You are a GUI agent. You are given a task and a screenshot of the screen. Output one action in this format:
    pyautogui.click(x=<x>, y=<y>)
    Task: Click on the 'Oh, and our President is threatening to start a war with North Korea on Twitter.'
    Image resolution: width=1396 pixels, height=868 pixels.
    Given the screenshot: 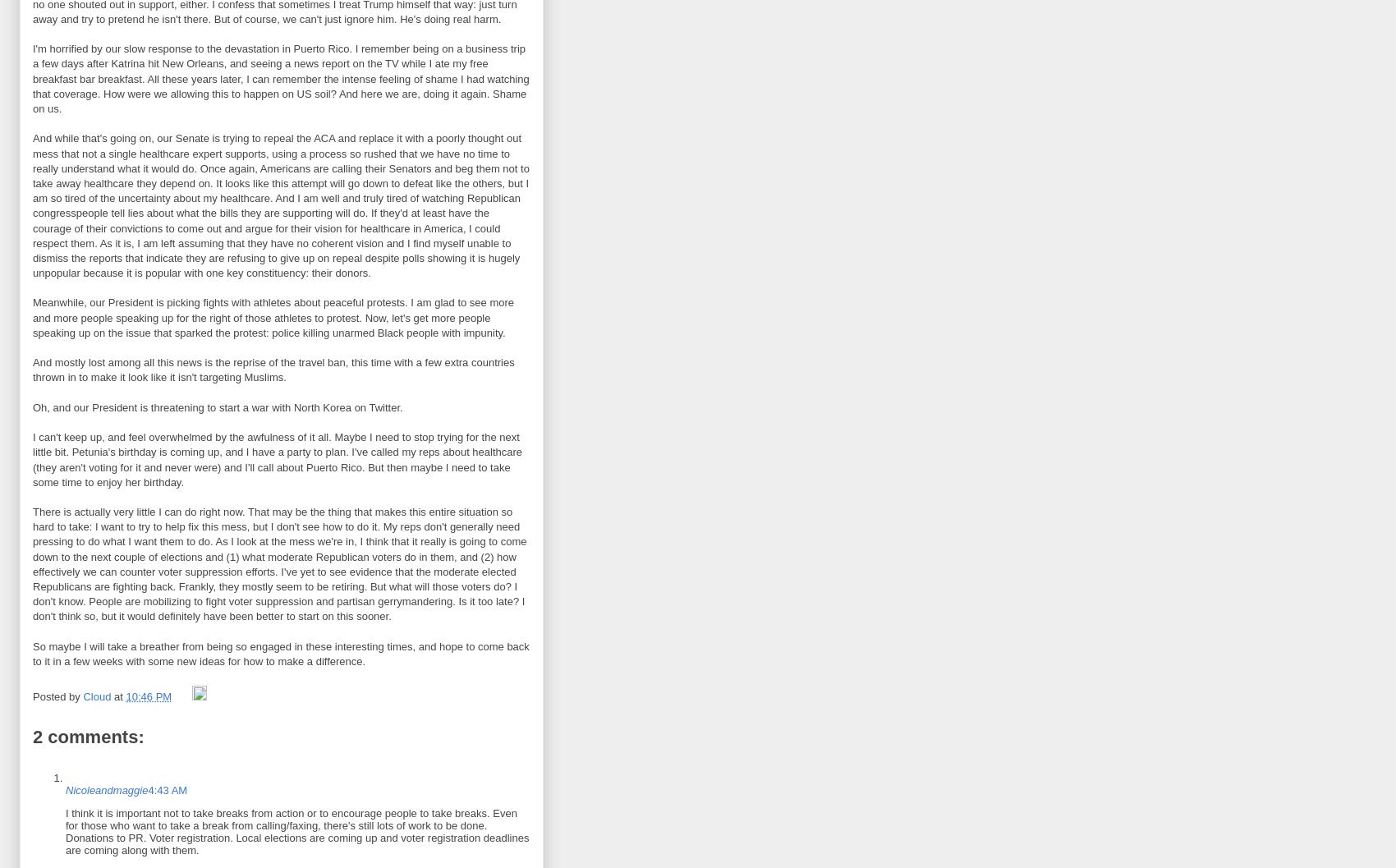 What is the action you would take?
    pyautogui.click(x=218, y=406)
    